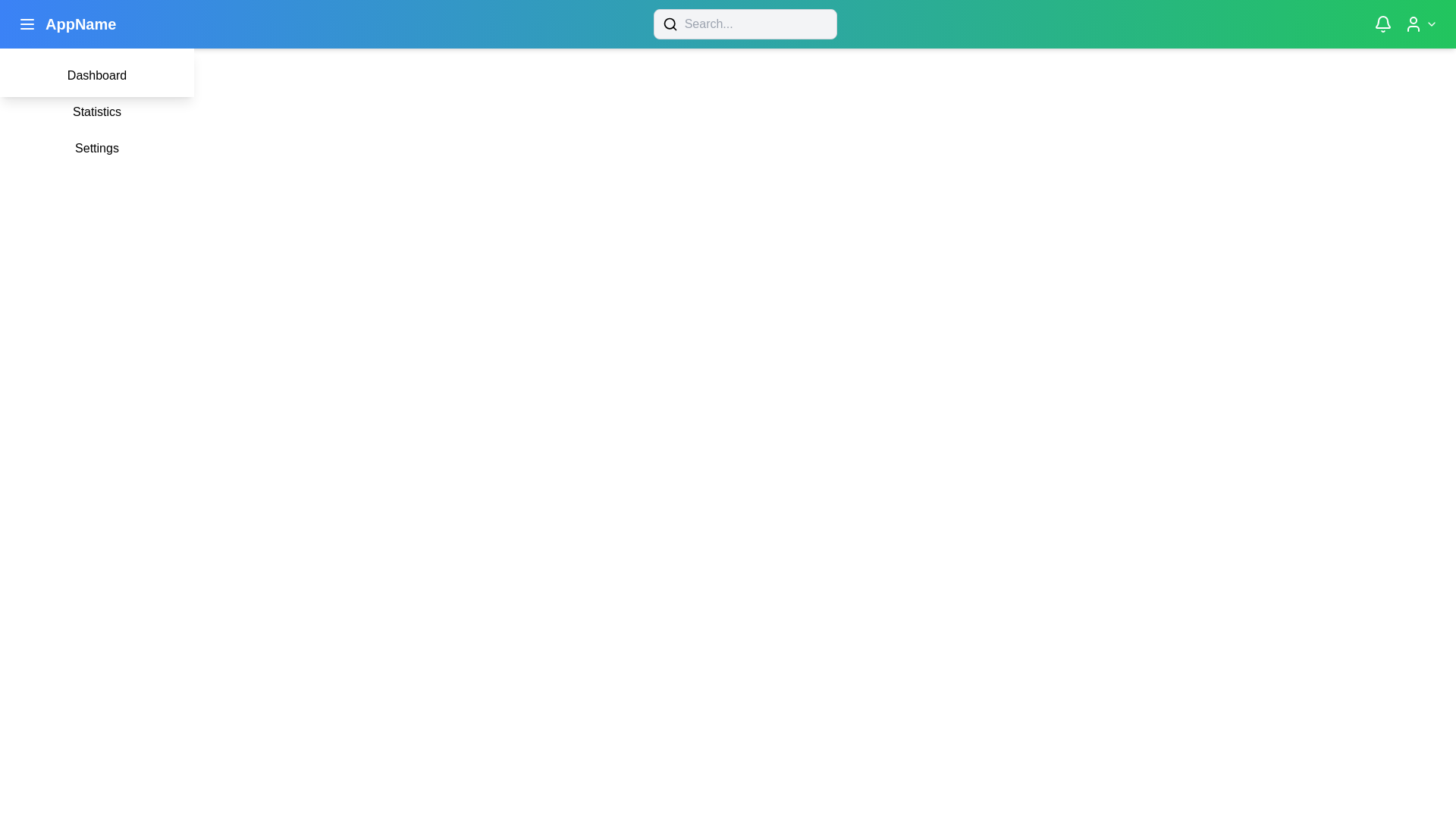  Describe the element at coordinates (1412, 24) in the screenshot. I see `the user silhouette icon located at the top-right corner of the interface` at that location.